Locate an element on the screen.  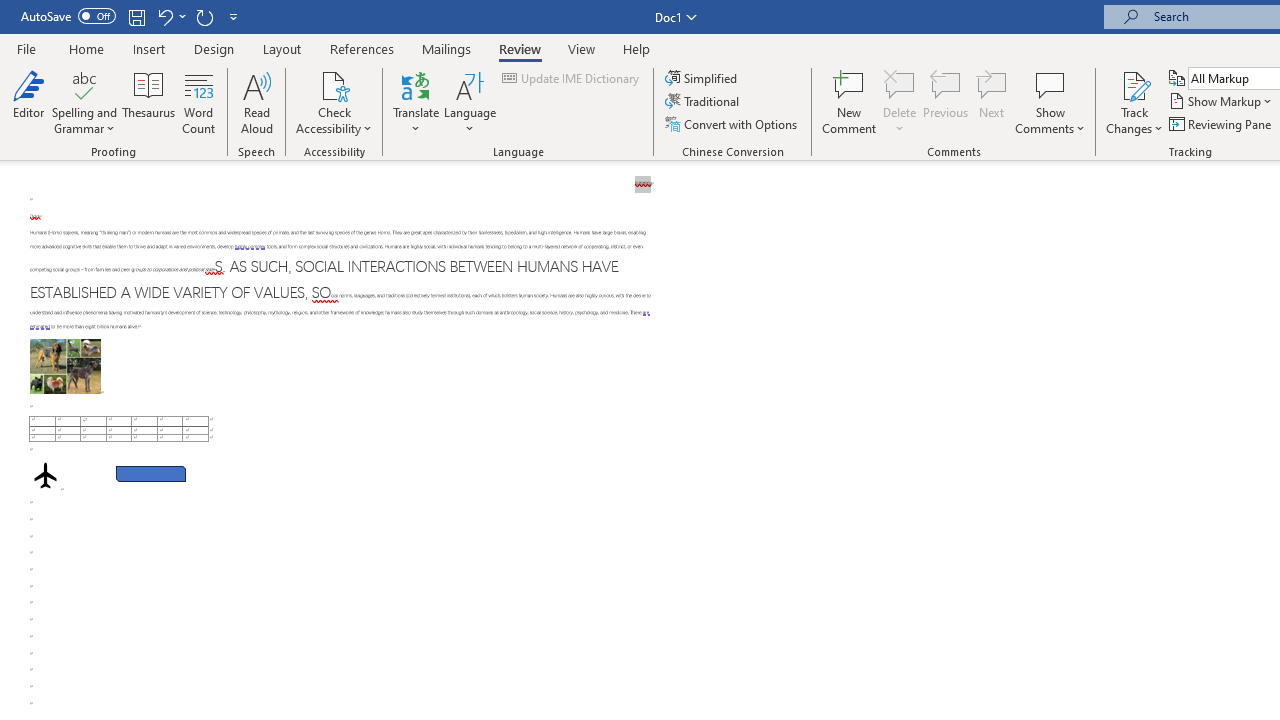
'Review' is located at coordinates (520, 48).